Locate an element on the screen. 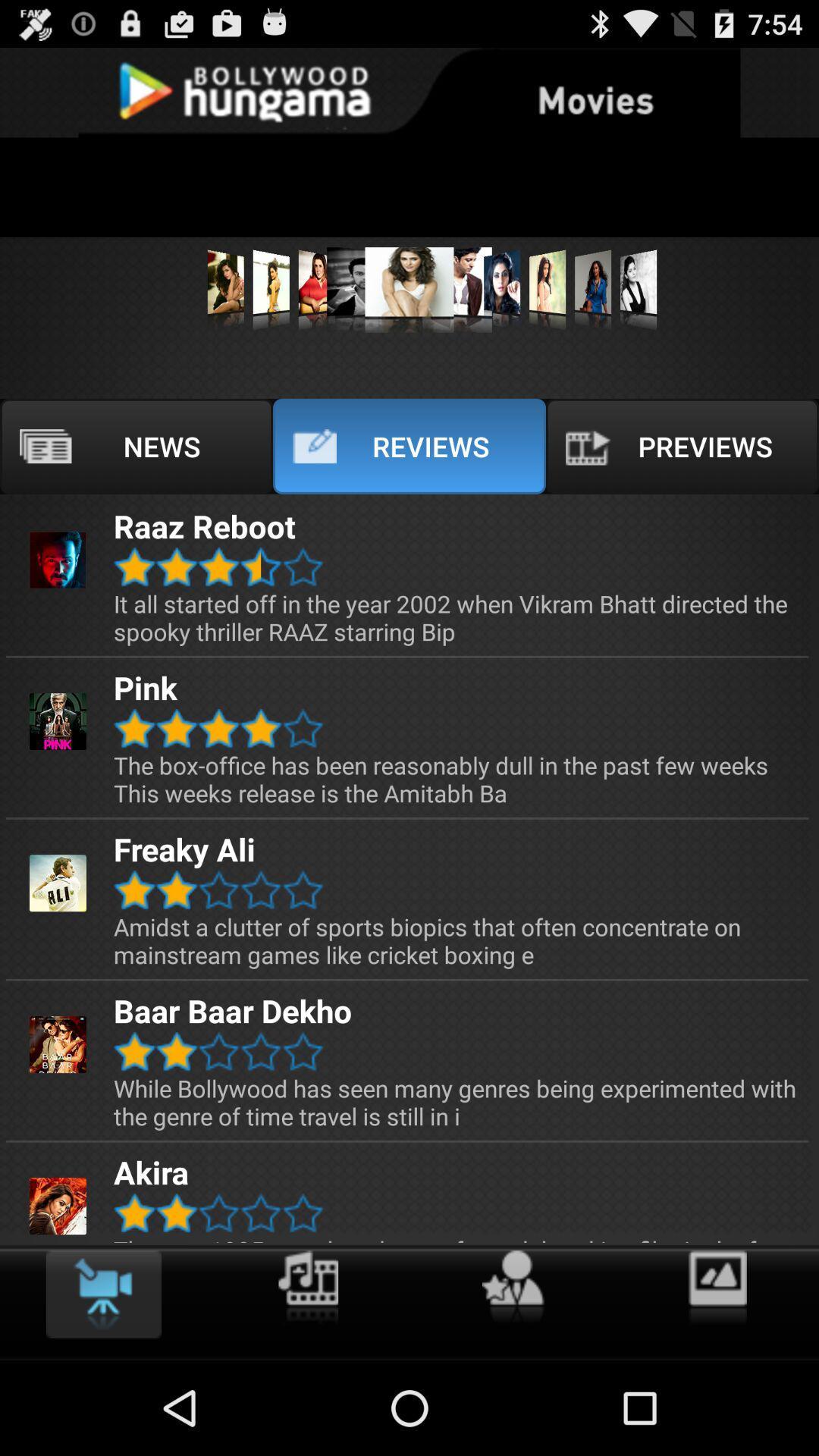 The height and width of the screenshot is (1456, 819). the image of freaky ali is located at coordinates (57, 883).